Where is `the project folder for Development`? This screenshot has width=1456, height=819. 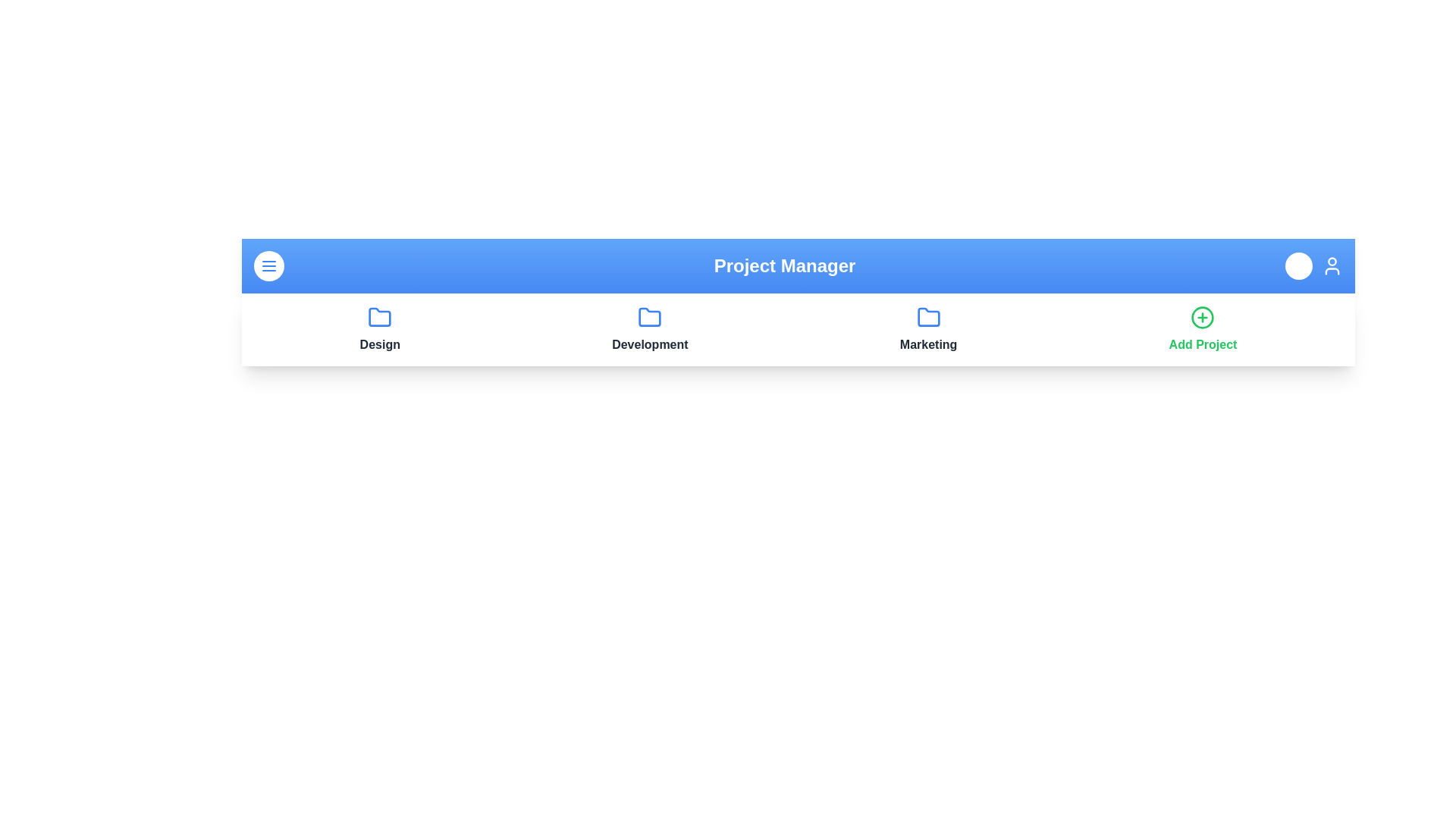
the project folder for Development is located at coordinates (650, 317).